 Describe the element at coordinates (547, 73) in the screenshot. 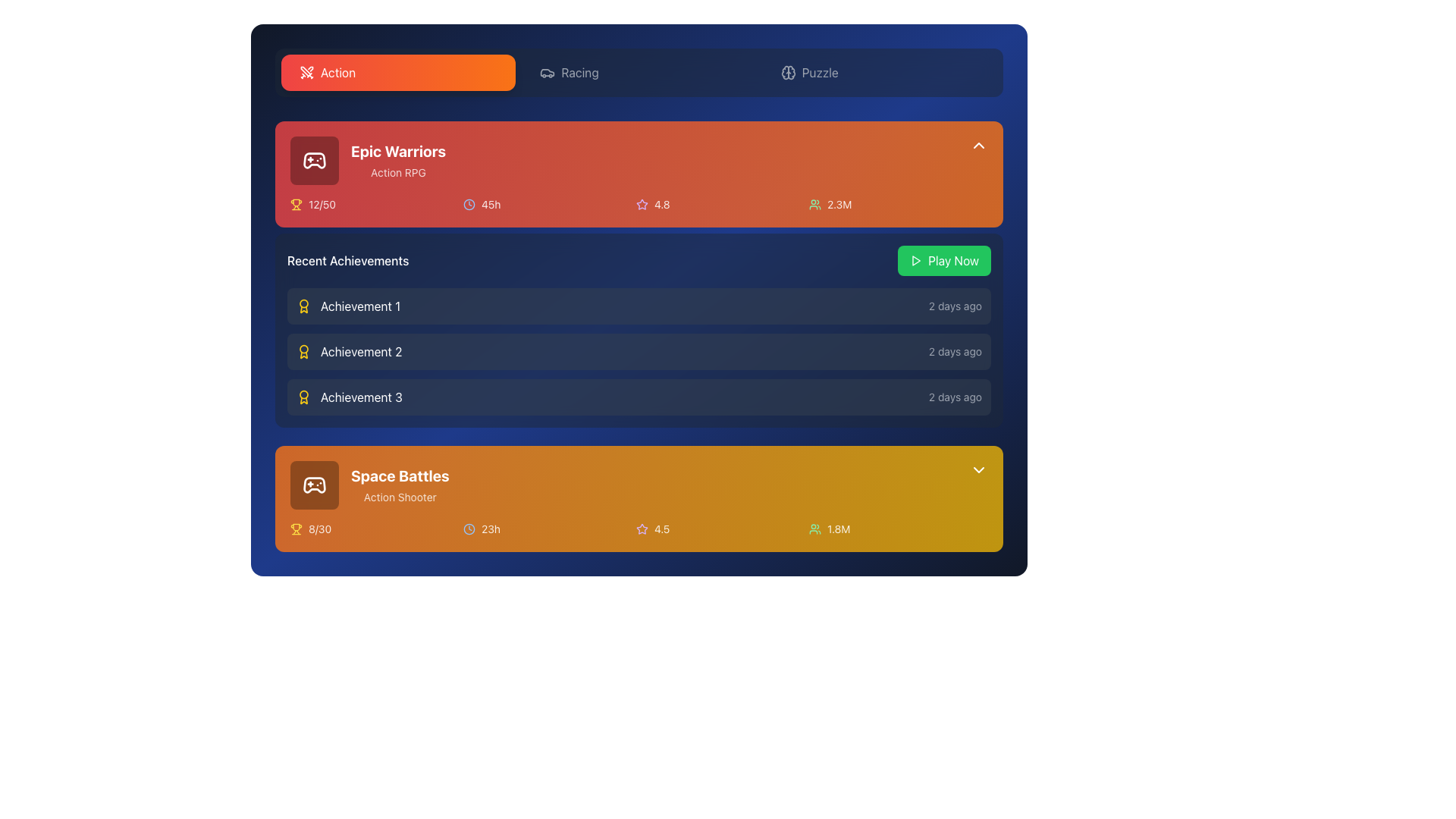

I see `the car icon in the 'Racing' tab of the top navigation bar, which is visually distinctive with a stroke outline and rounded corners` at that location.